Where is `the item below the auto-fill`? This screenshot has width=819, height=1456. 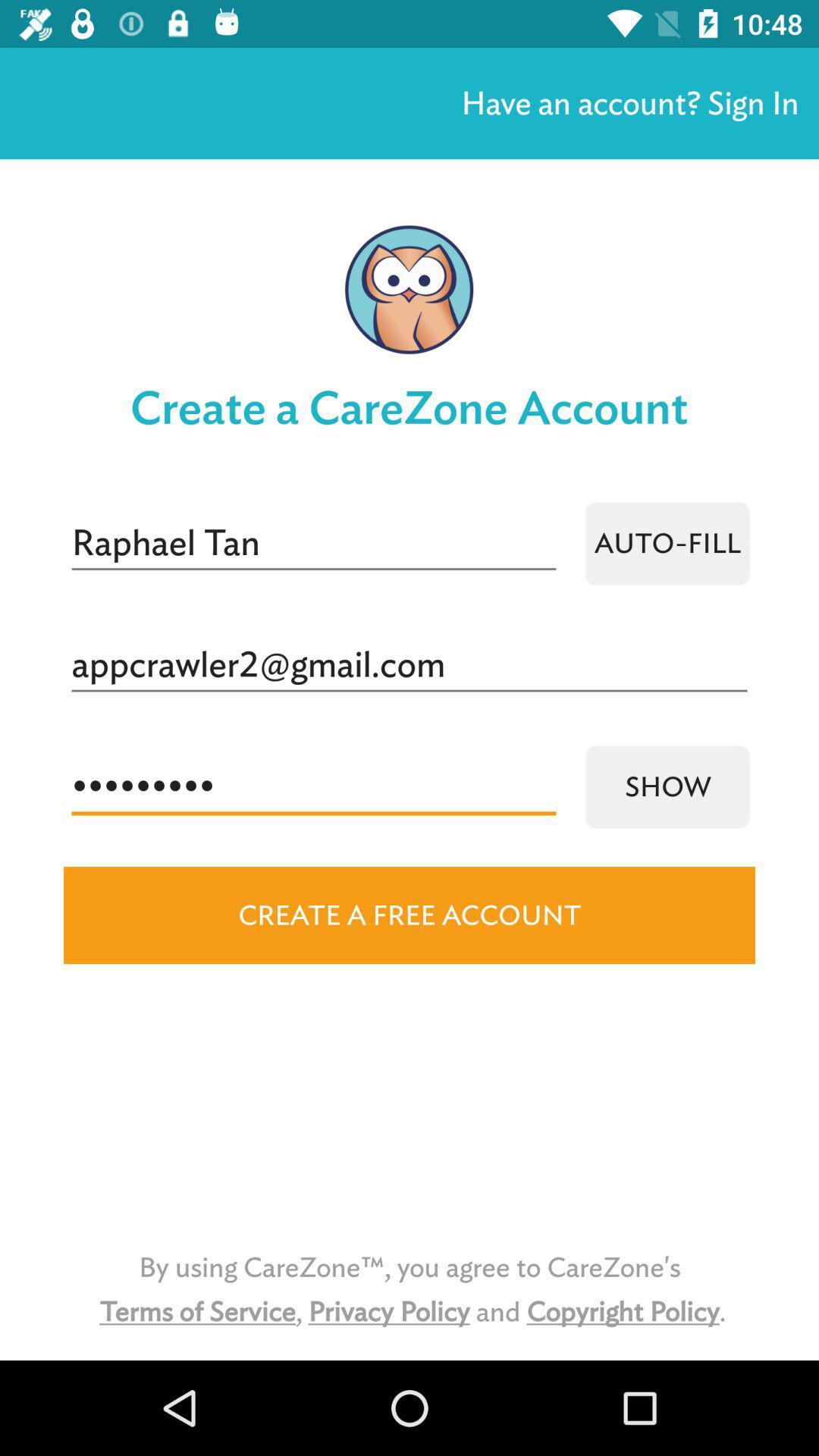
the item below the auto-fill is located at coordinates (409, 665).